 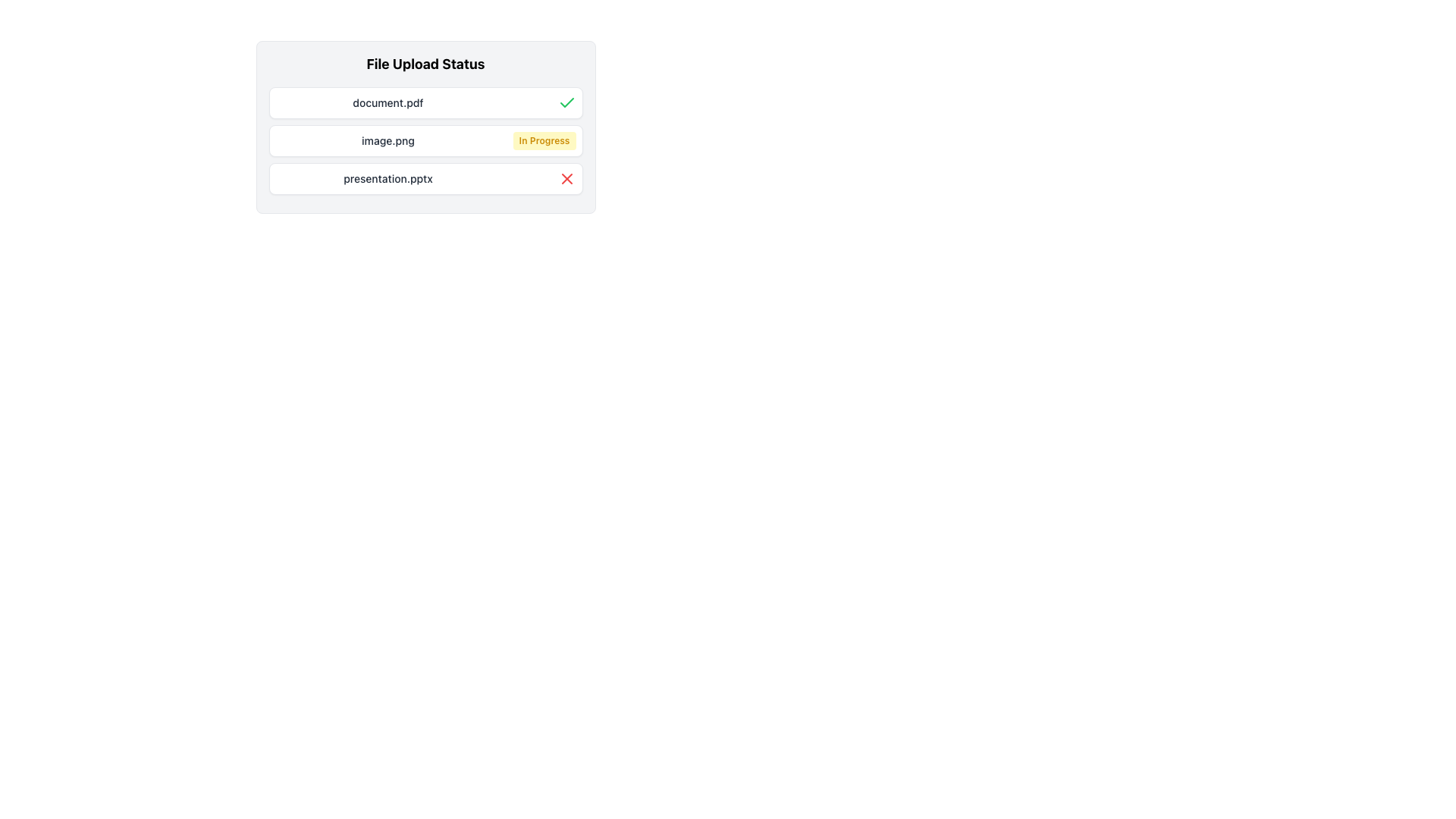 I want to click on the second status display card in the File Upload Status list, which shows 'image.png' on the left and a yellow 'In Progress' badge on the right, so click(x=425, y=140).